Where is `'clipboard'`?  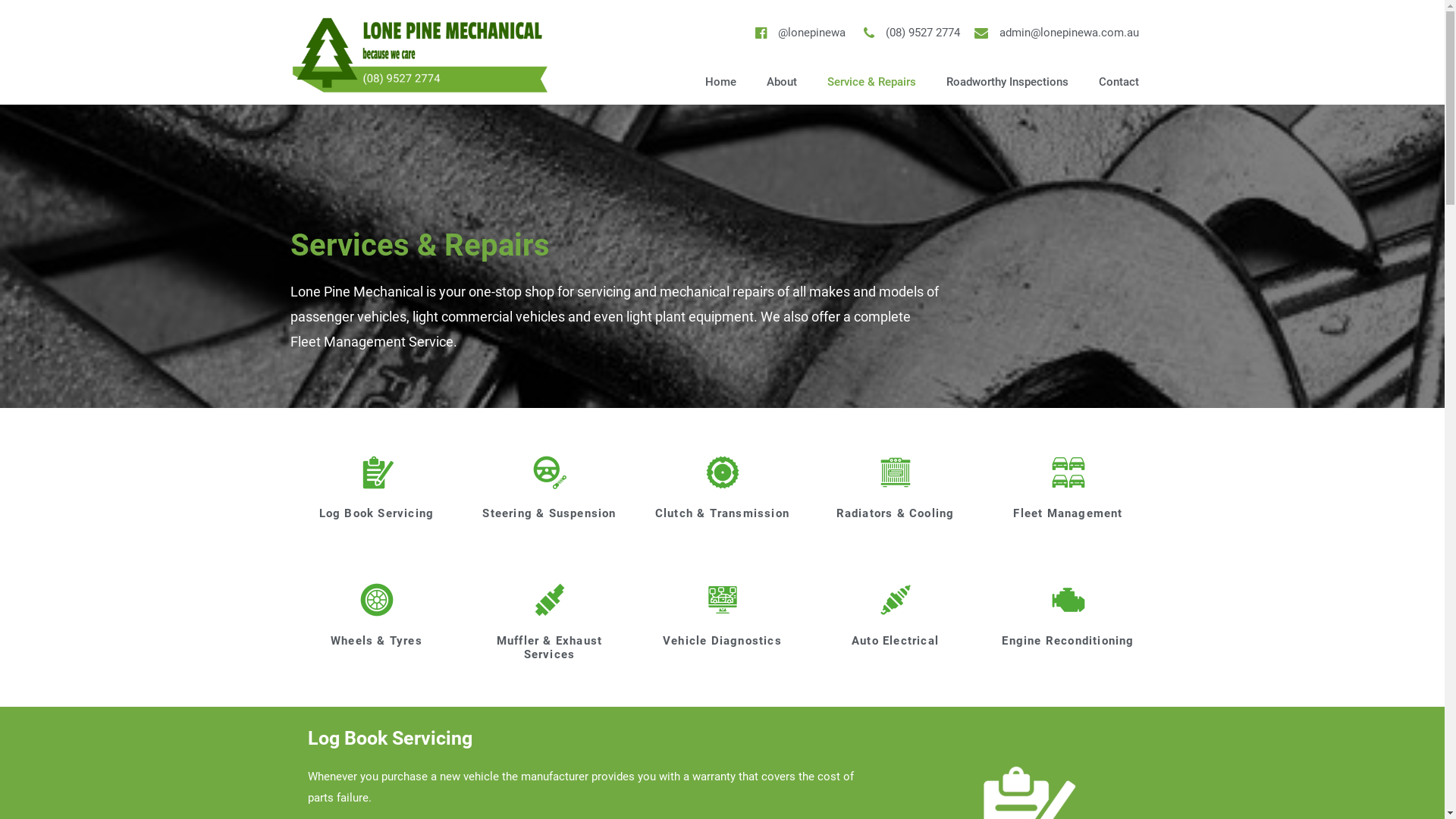
'clipboard' is located at coordinates (377, 472).